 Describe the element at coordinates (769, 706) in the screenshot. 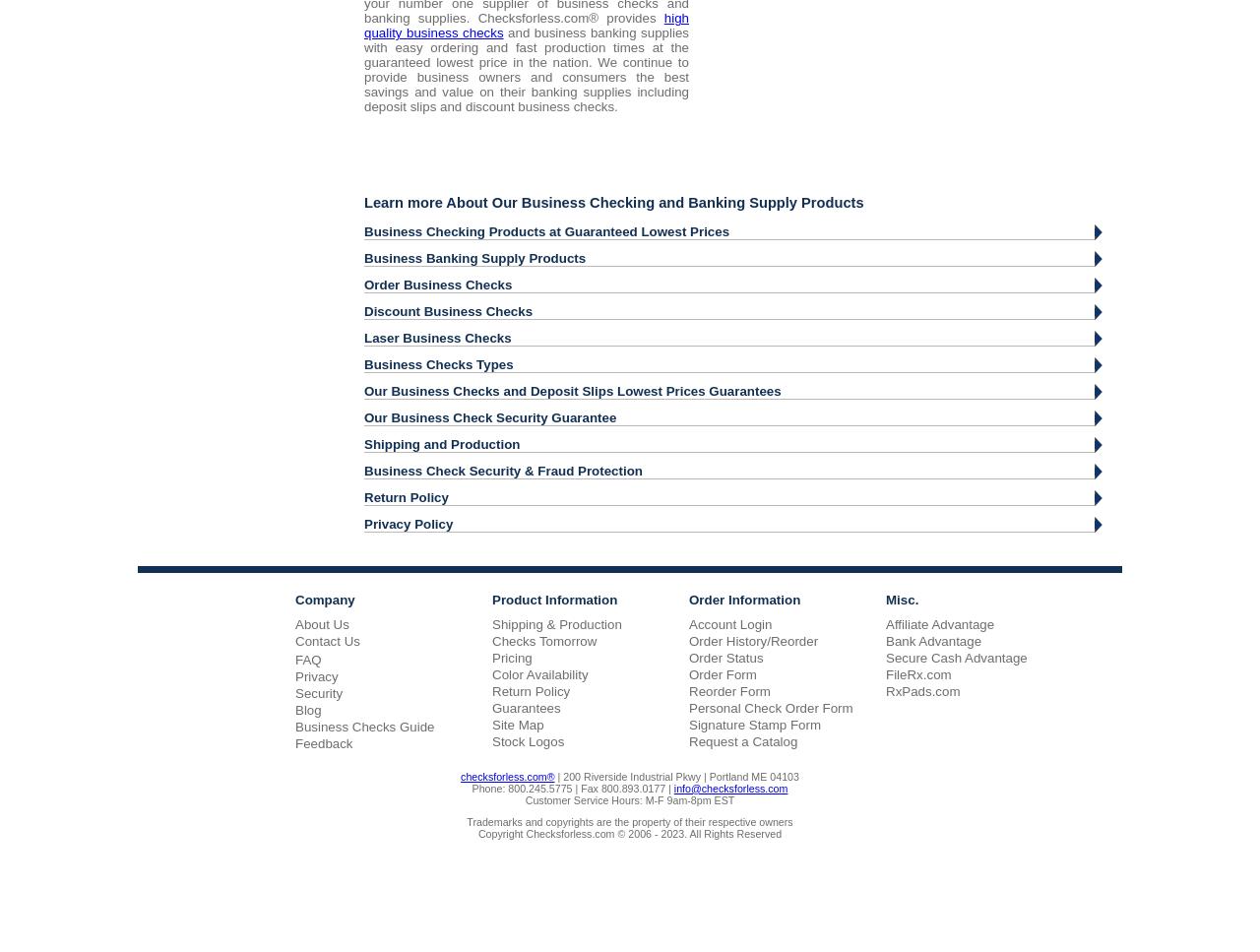

I see `'Personal Check Order Form'` at that location.